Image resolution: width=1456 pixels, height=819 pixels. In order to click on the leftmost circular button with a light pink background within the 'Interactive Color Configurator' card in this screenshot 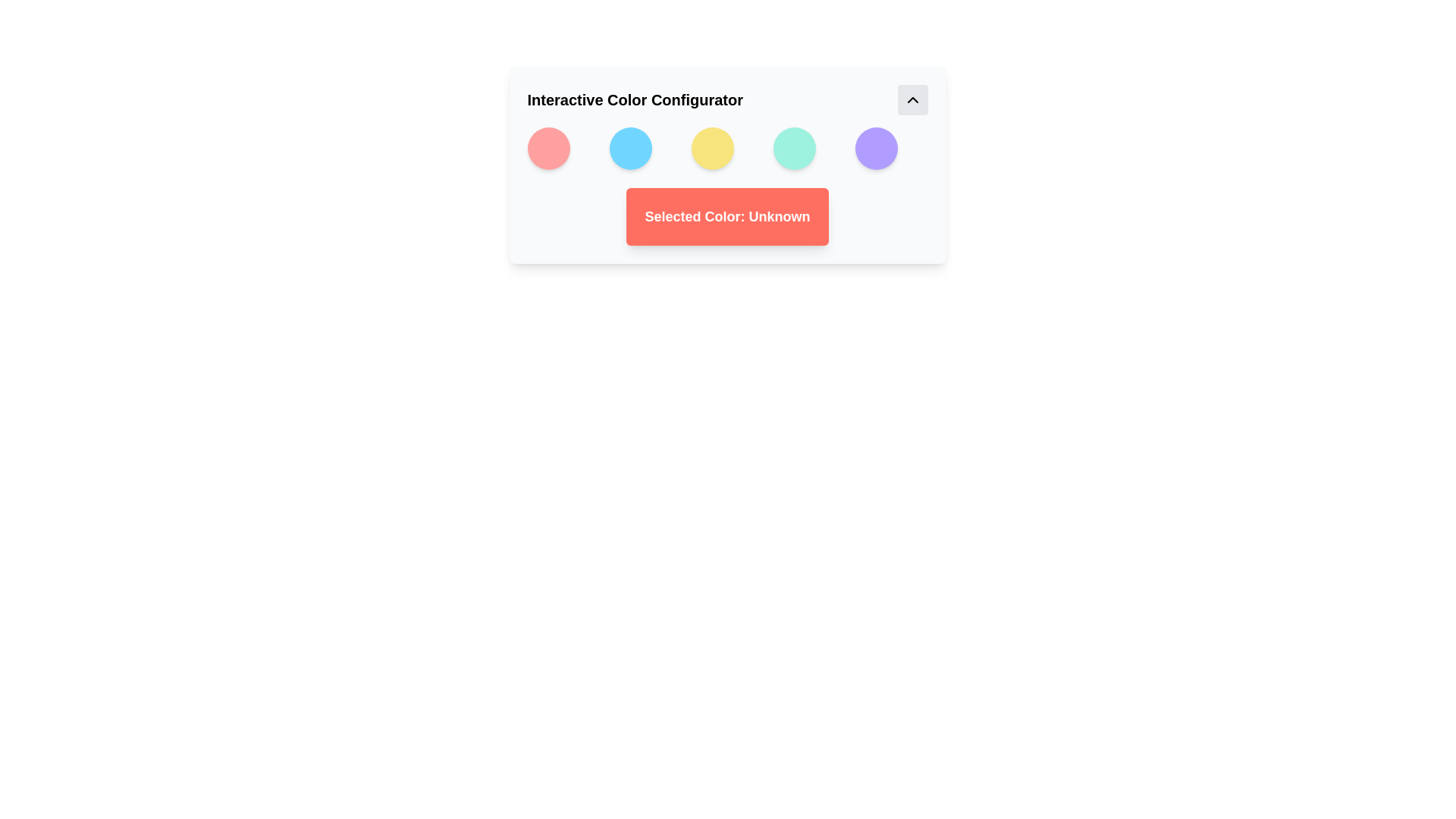, I will do `click(548, 149)`.